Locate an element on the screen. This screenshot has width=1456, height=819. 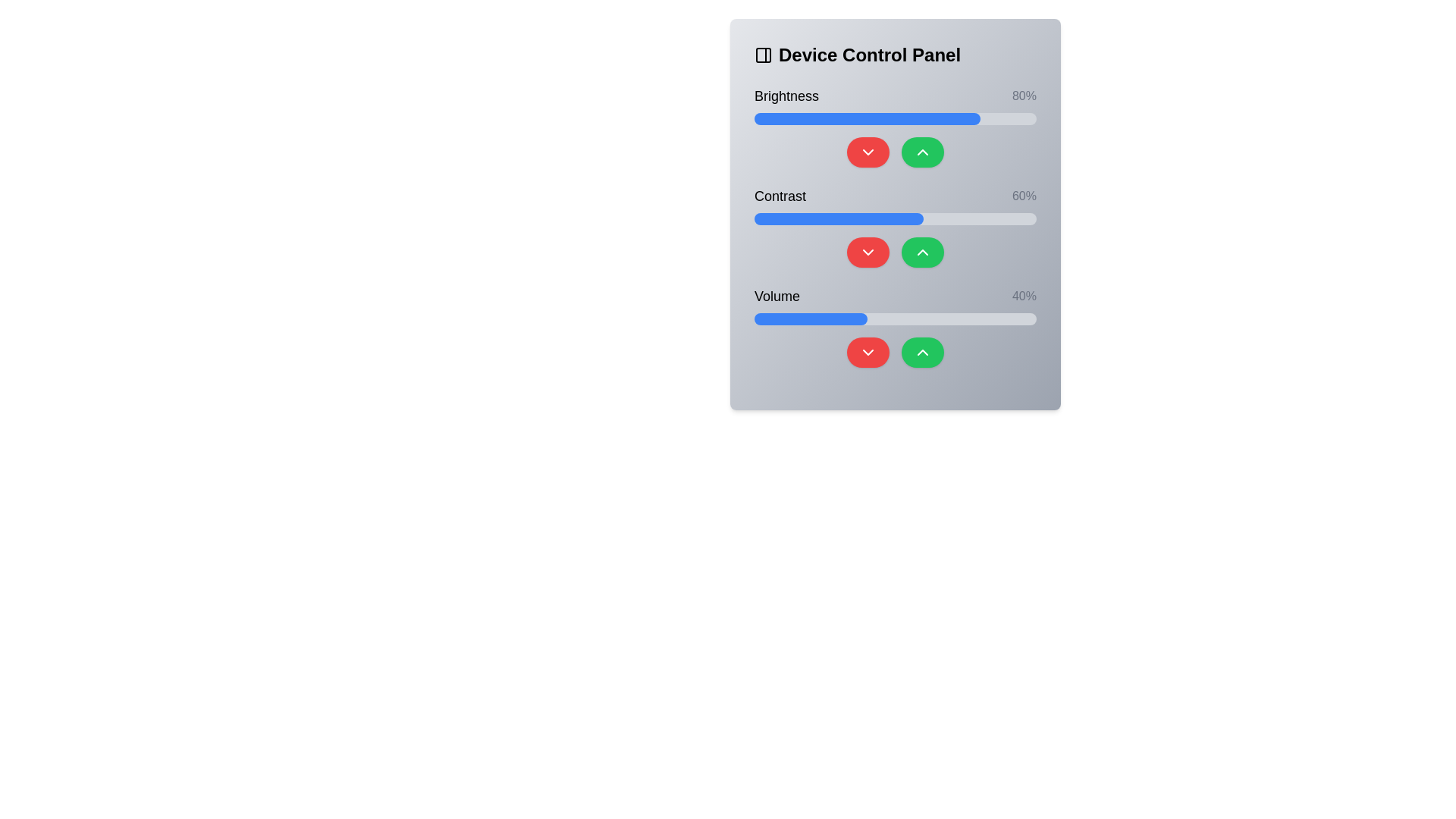
the progress of the slider is located at coordinates (861, 318).